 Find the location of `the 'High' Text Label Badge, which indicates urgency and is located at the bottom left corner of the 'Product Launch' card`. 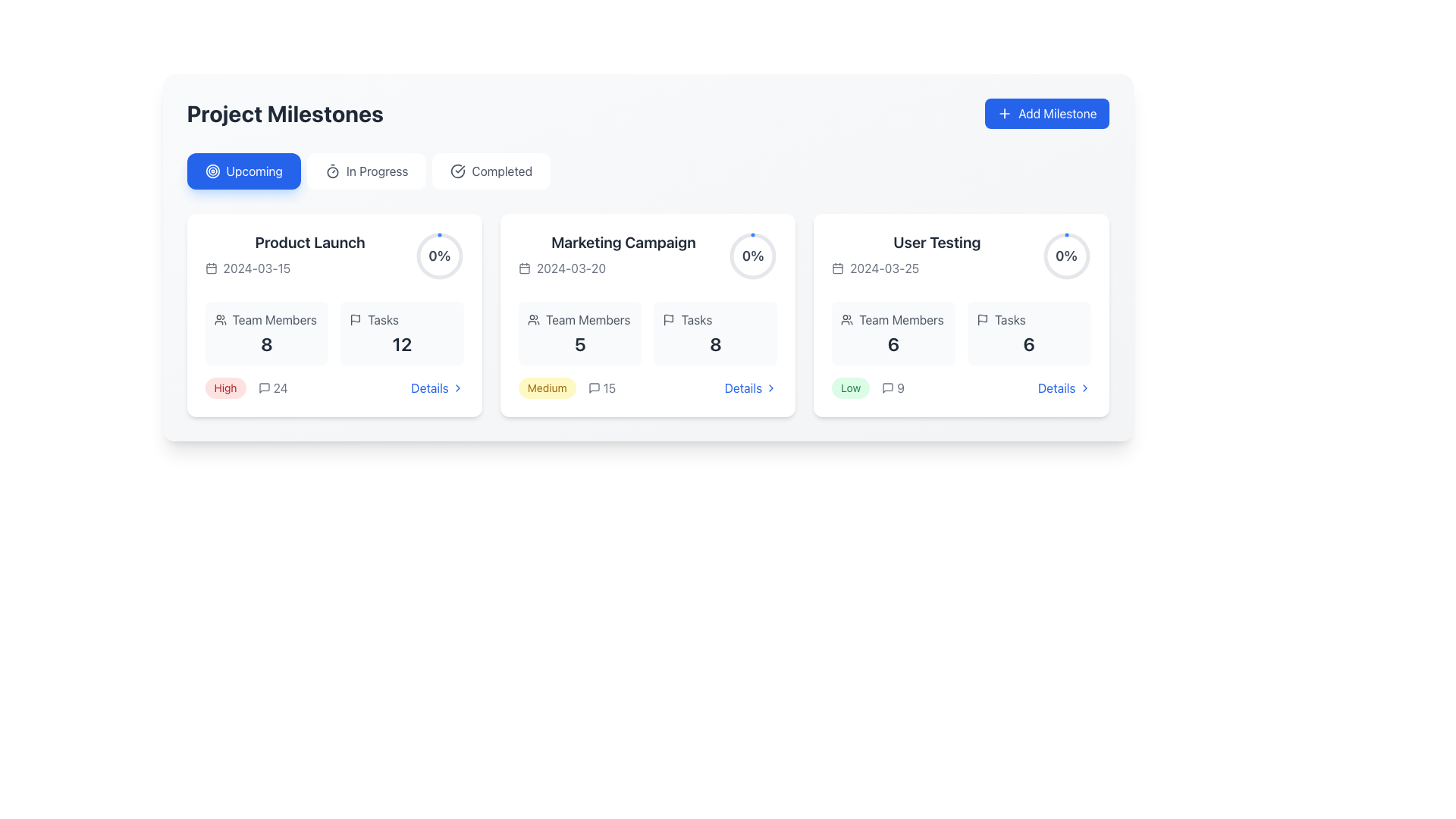

the 'High' Text Label Badge, which indicates urgency and is located at the bottom left corner of the 'Product Launch' card is located at coordinates (224, 388).